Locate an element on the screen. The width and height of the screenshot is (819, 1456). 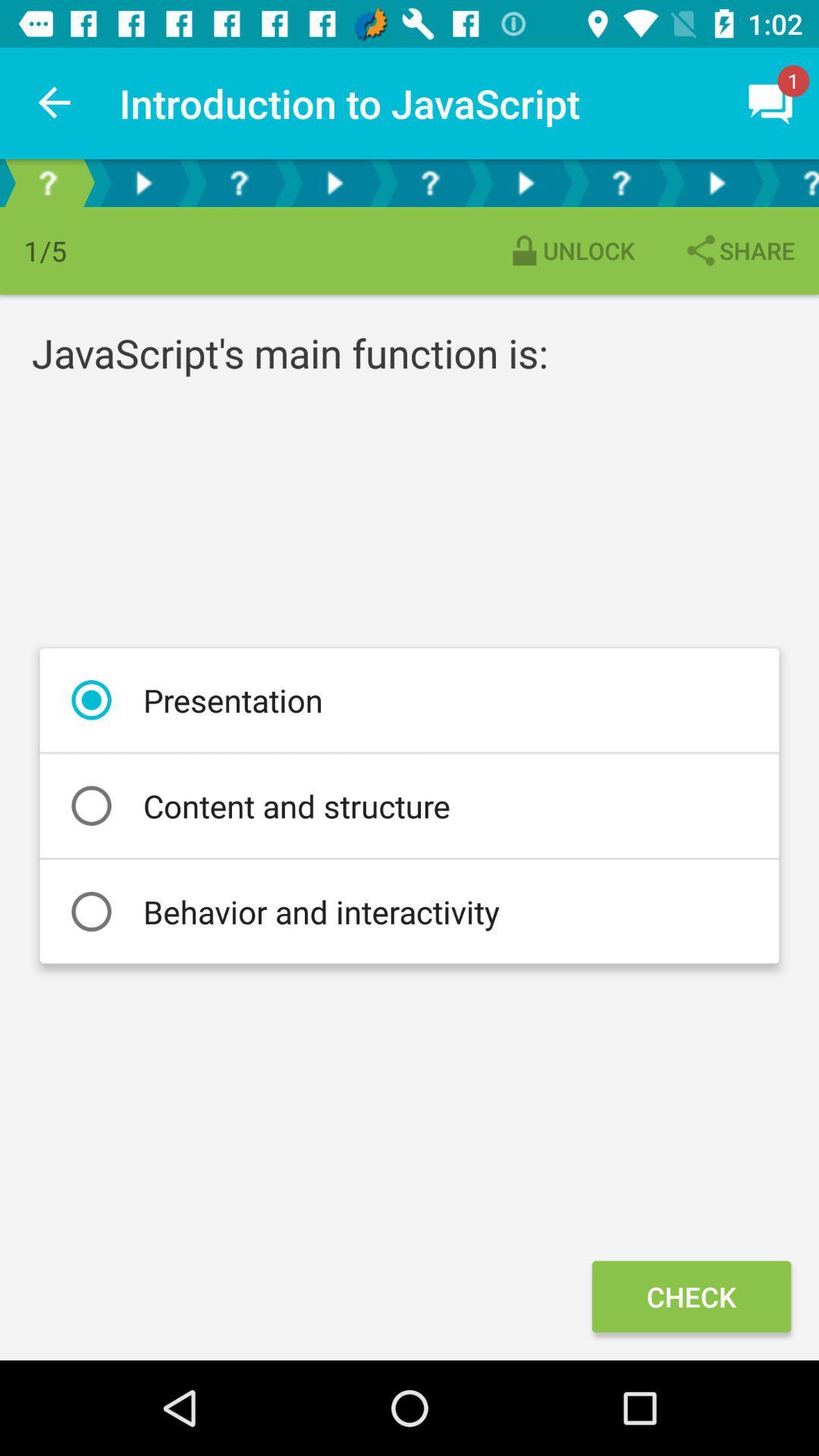
the play icon is located at coordinates (525, 182).